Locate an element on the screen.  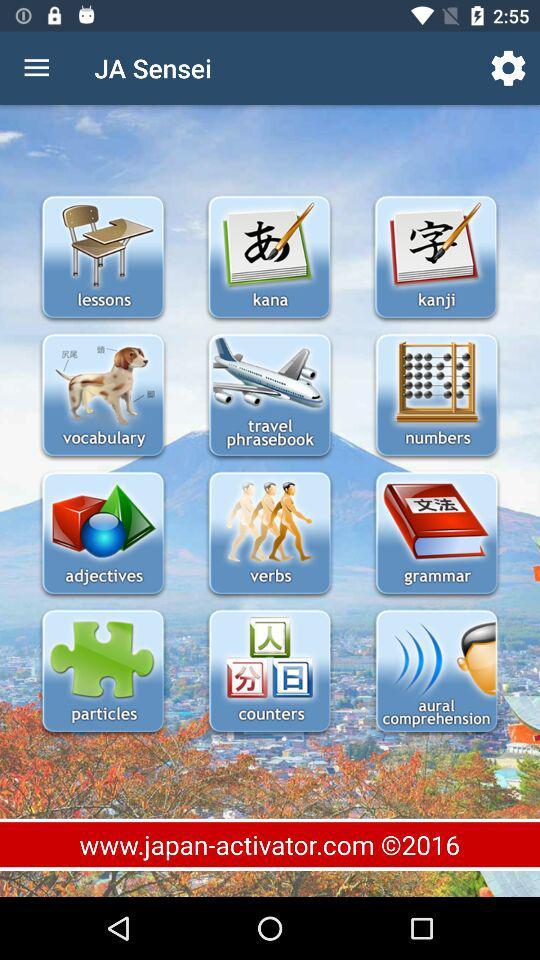
push the picture is located at coordinates (434, 258).